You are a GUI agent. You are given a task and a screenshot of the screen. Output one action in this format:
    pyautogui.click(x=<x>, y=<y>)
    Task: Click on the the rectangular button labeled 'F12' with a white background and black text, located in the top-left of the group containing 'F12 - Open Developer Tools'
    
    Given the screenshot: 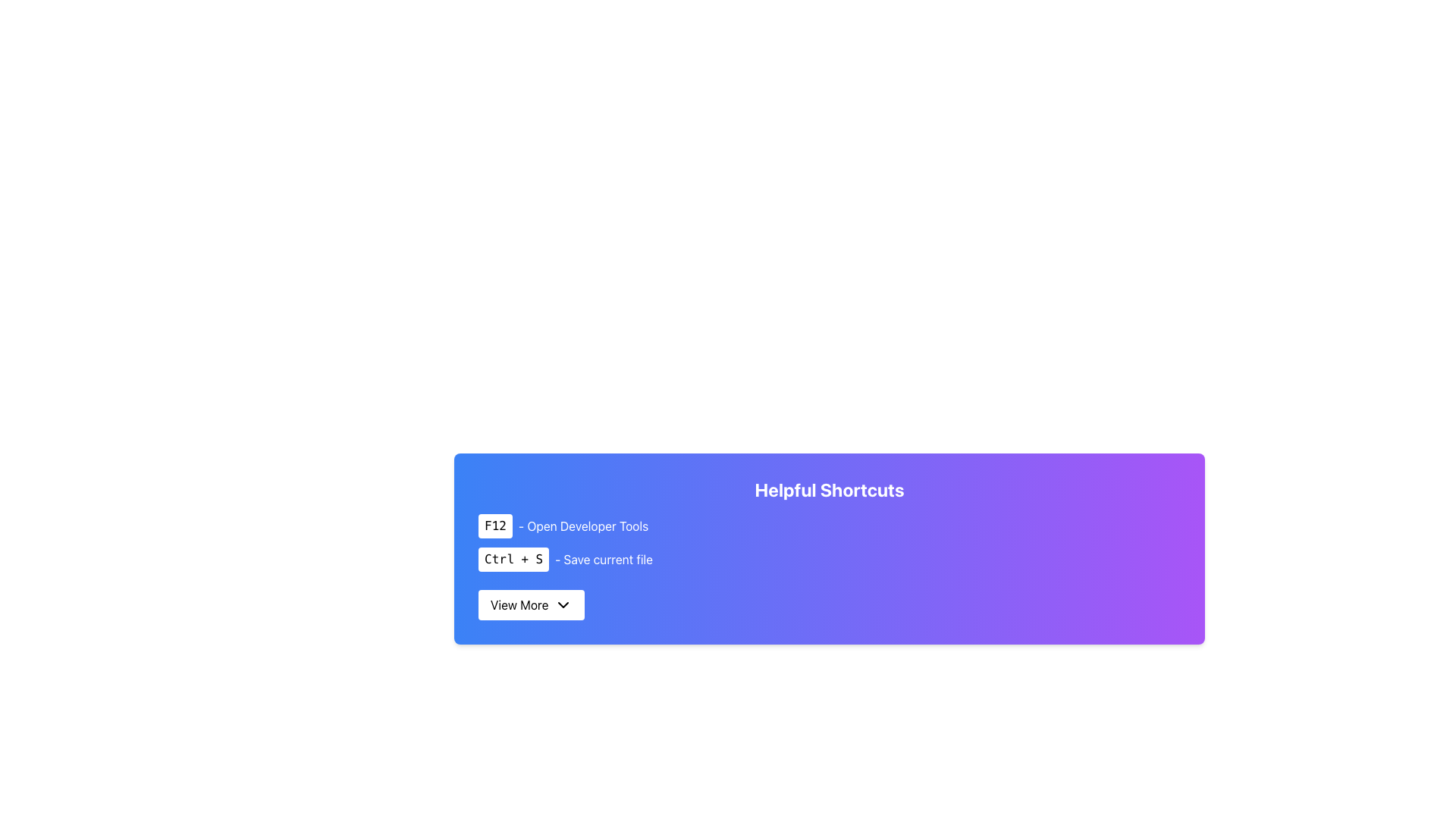 What is the action you would take?
    pyautogui.click(x=495, y=526)
    